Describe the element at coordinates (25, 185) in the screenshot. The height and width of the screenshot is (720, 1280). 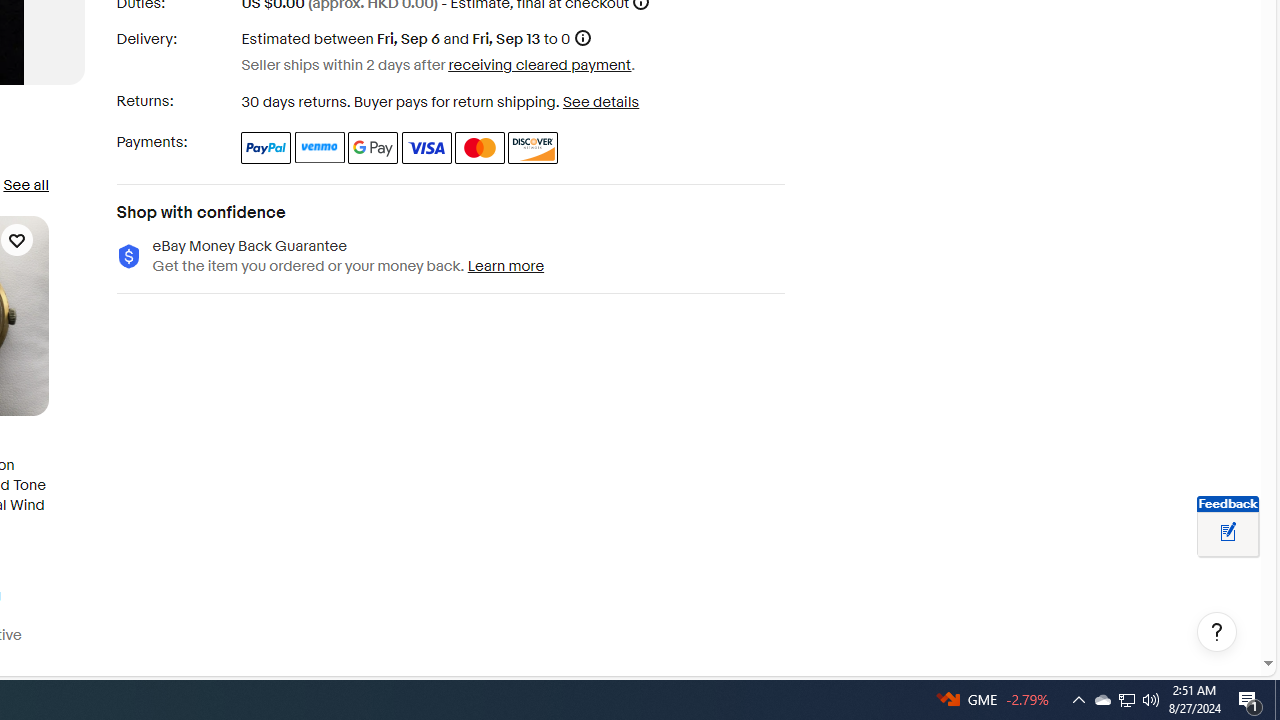
I see `'See all'` at that location.